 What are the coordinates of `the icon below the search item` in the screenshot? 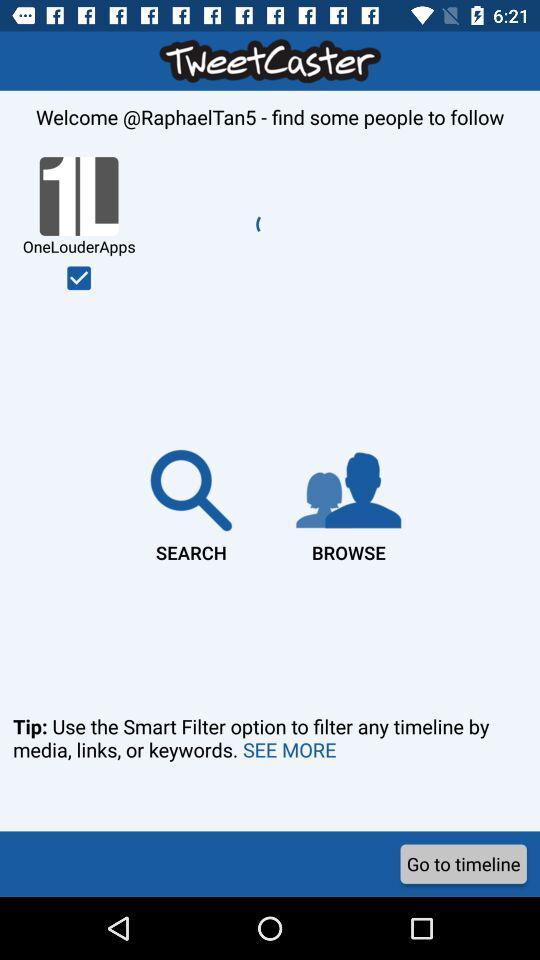 It's located at (270, 764).